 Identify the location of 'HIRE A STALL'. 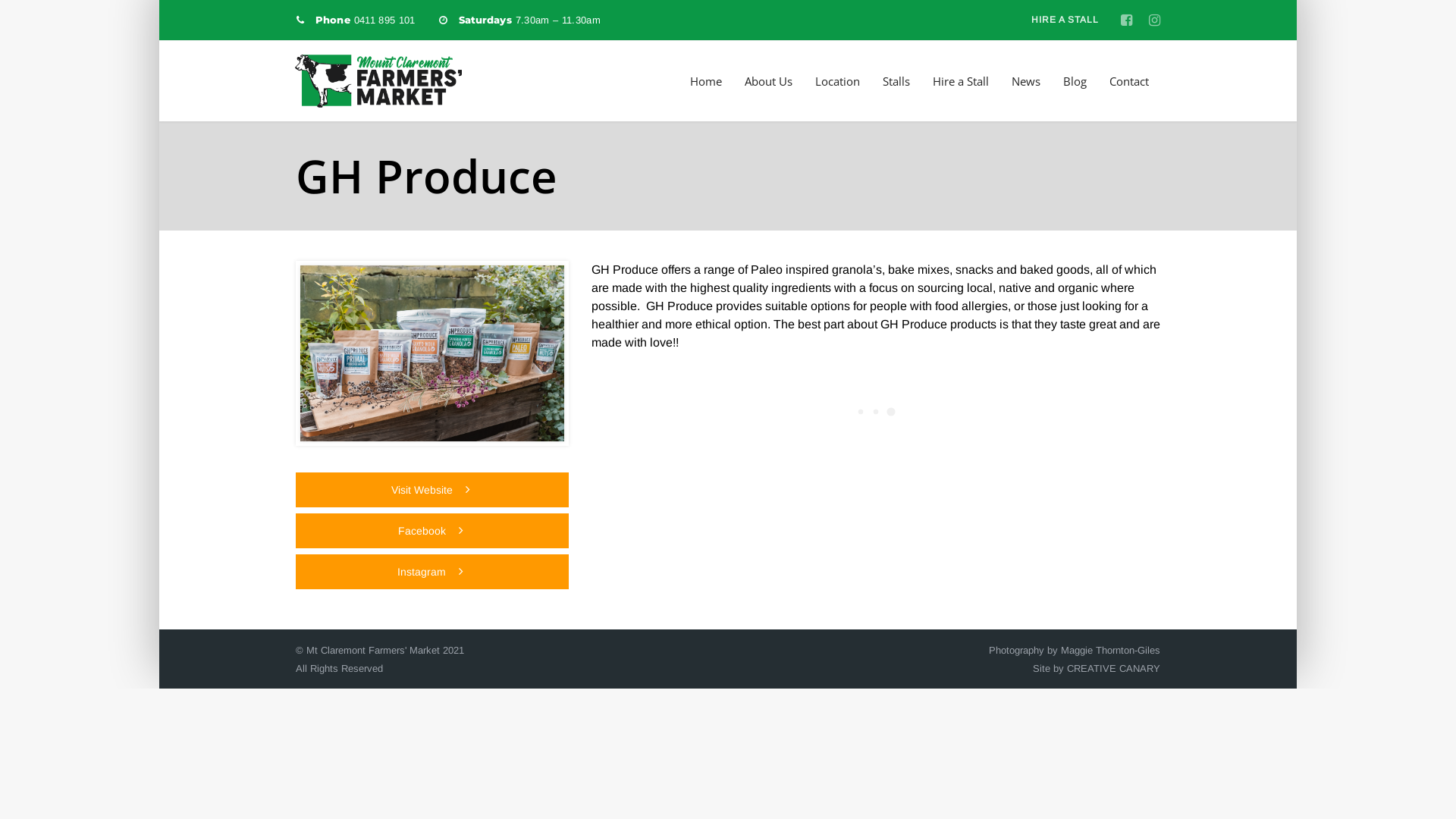
(1063, 20).